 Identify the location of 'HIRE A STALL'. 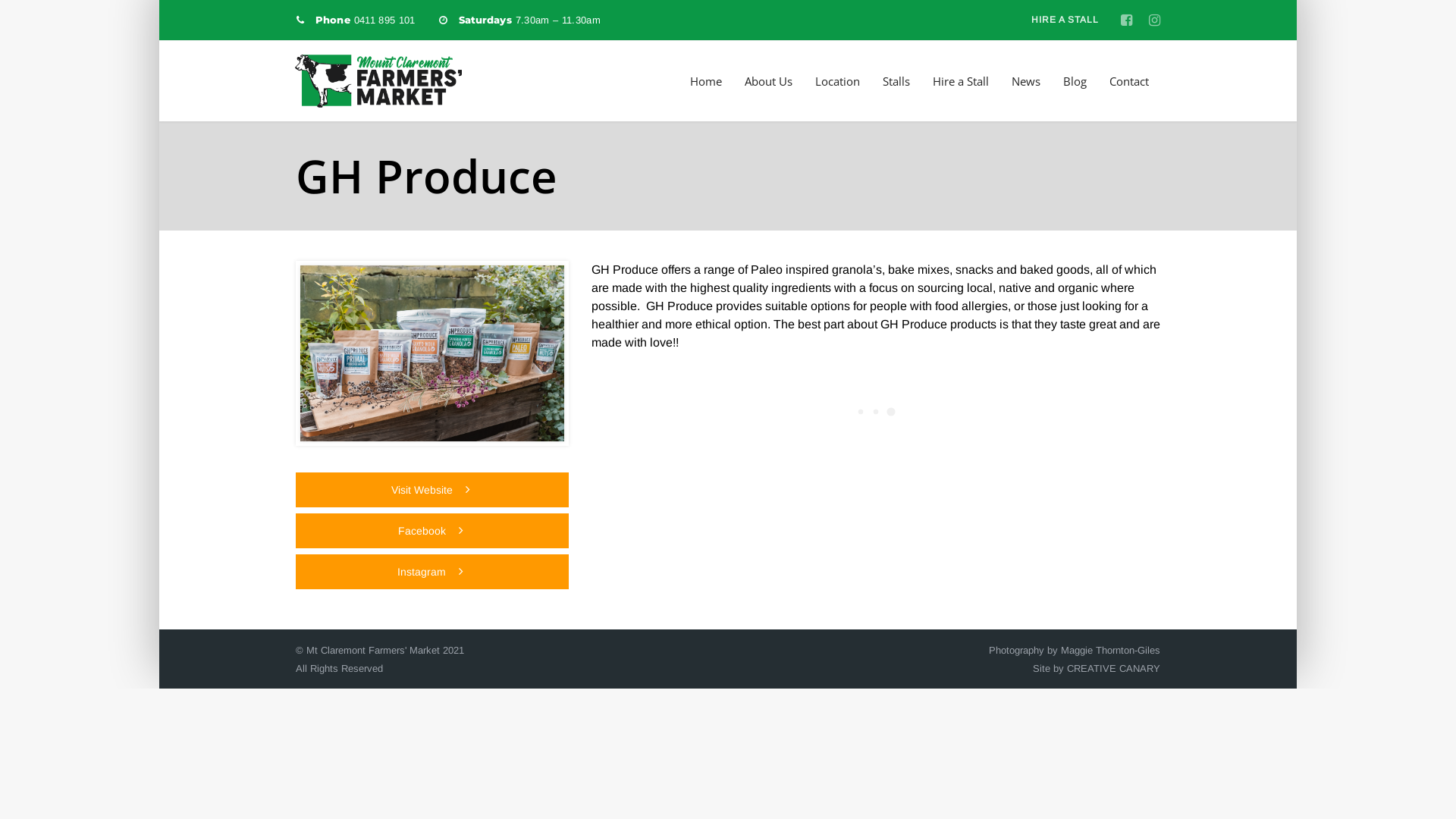
(1063, 20).